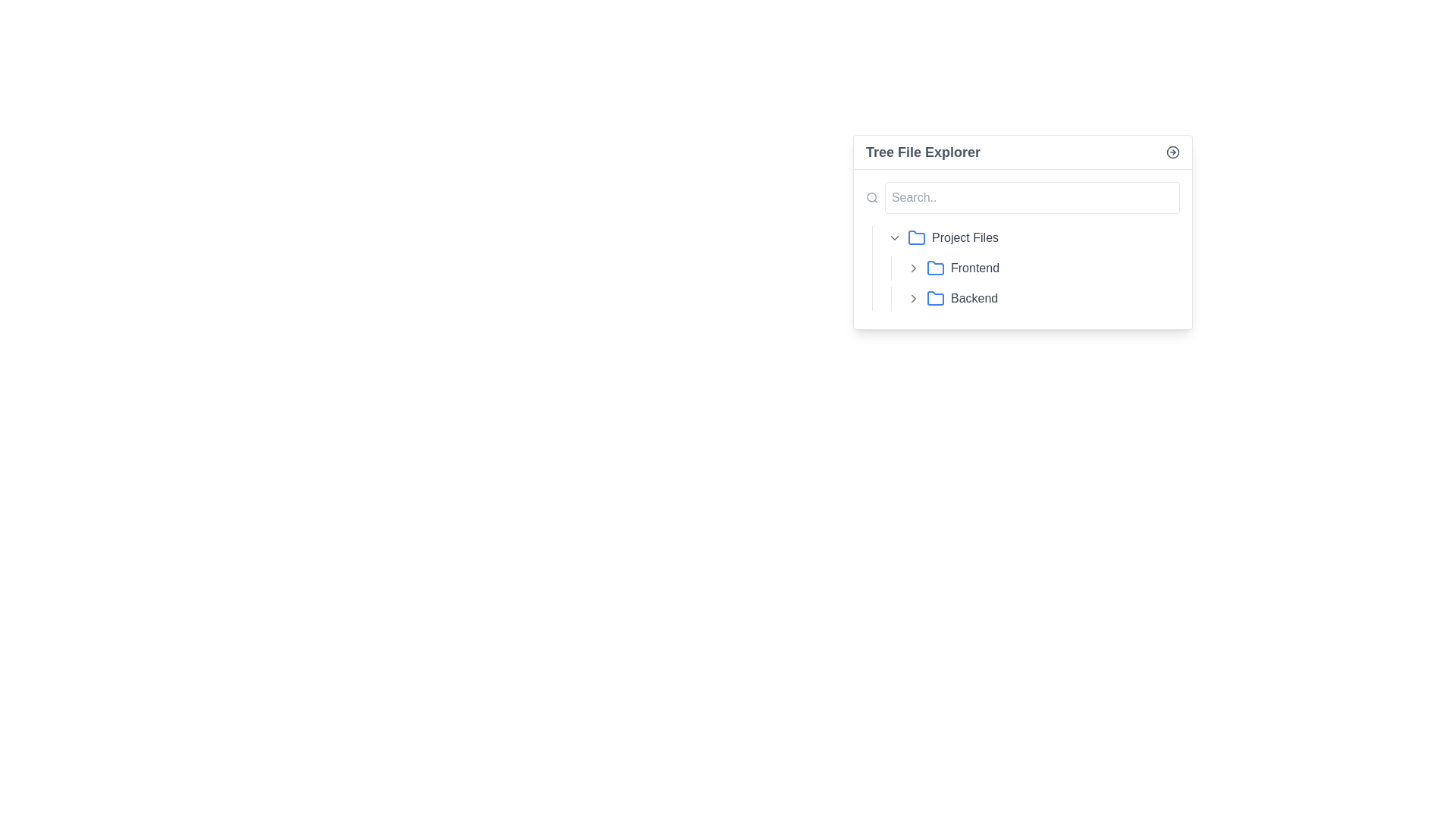 Image resolution: width=1456 pixels, height=819 pixels. What do you see at coordinates (934, 298) in the screenshot?
I see `the blue folder icon that is located to the left of the 'Backend' text in the tree view interface` at bounding box center [934, 298].